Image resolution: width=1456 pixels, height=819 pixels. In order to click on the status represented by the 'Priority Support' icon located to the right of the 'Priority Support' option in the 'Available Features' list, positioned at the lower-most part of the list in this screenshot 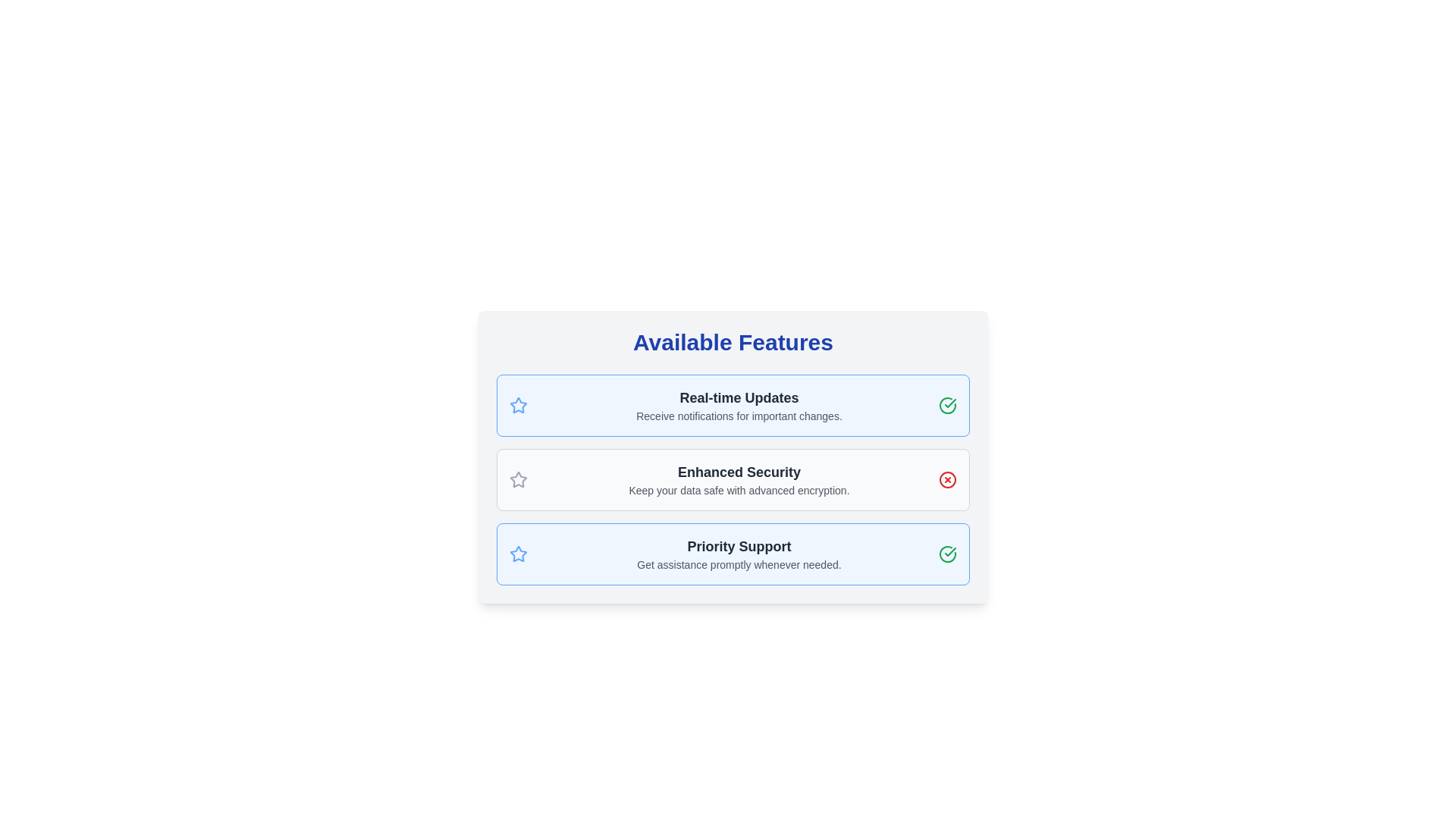, I will do `click(946, 405)`.